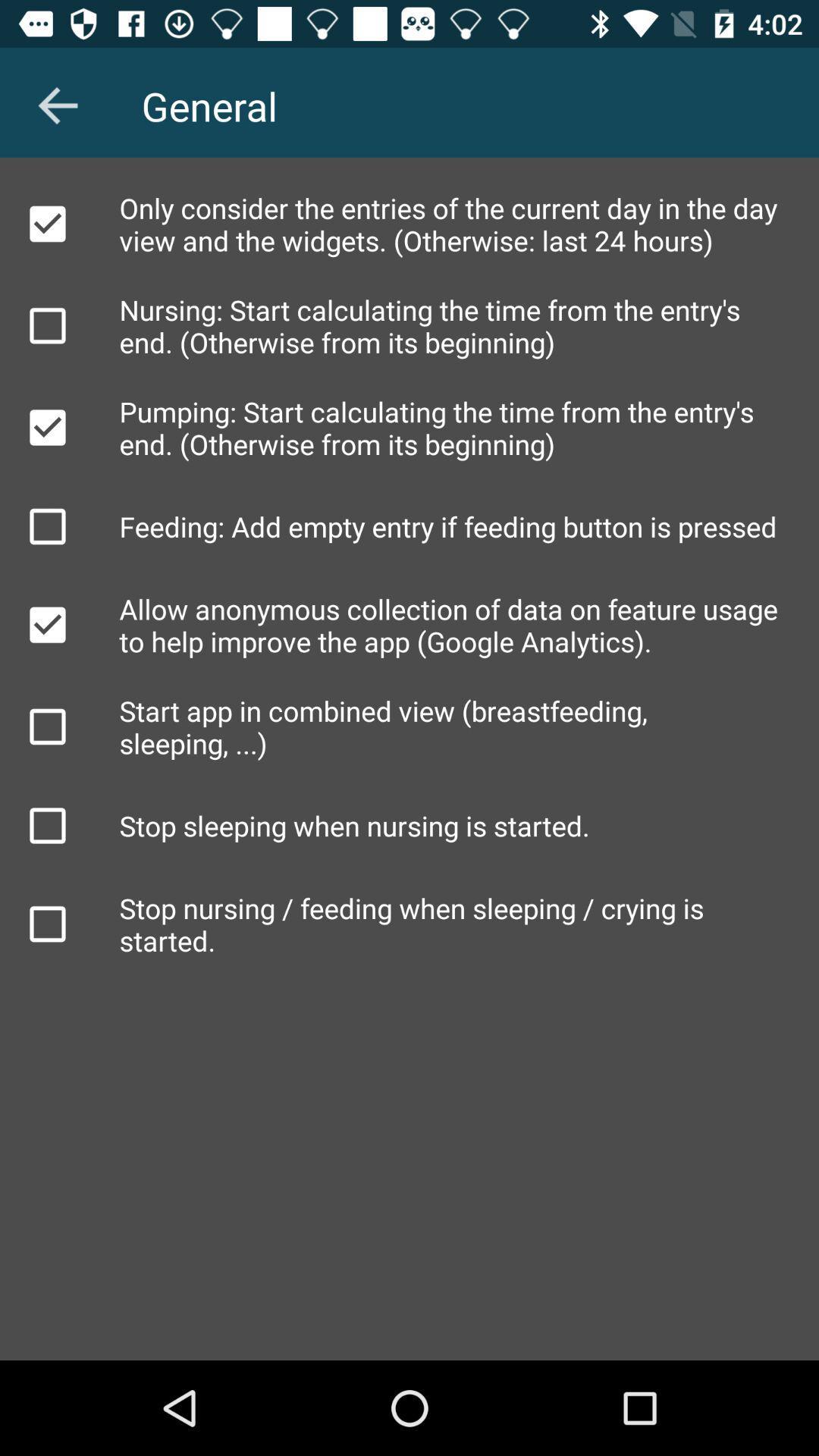  I want to click on switch nursing option, so click(46, 325).